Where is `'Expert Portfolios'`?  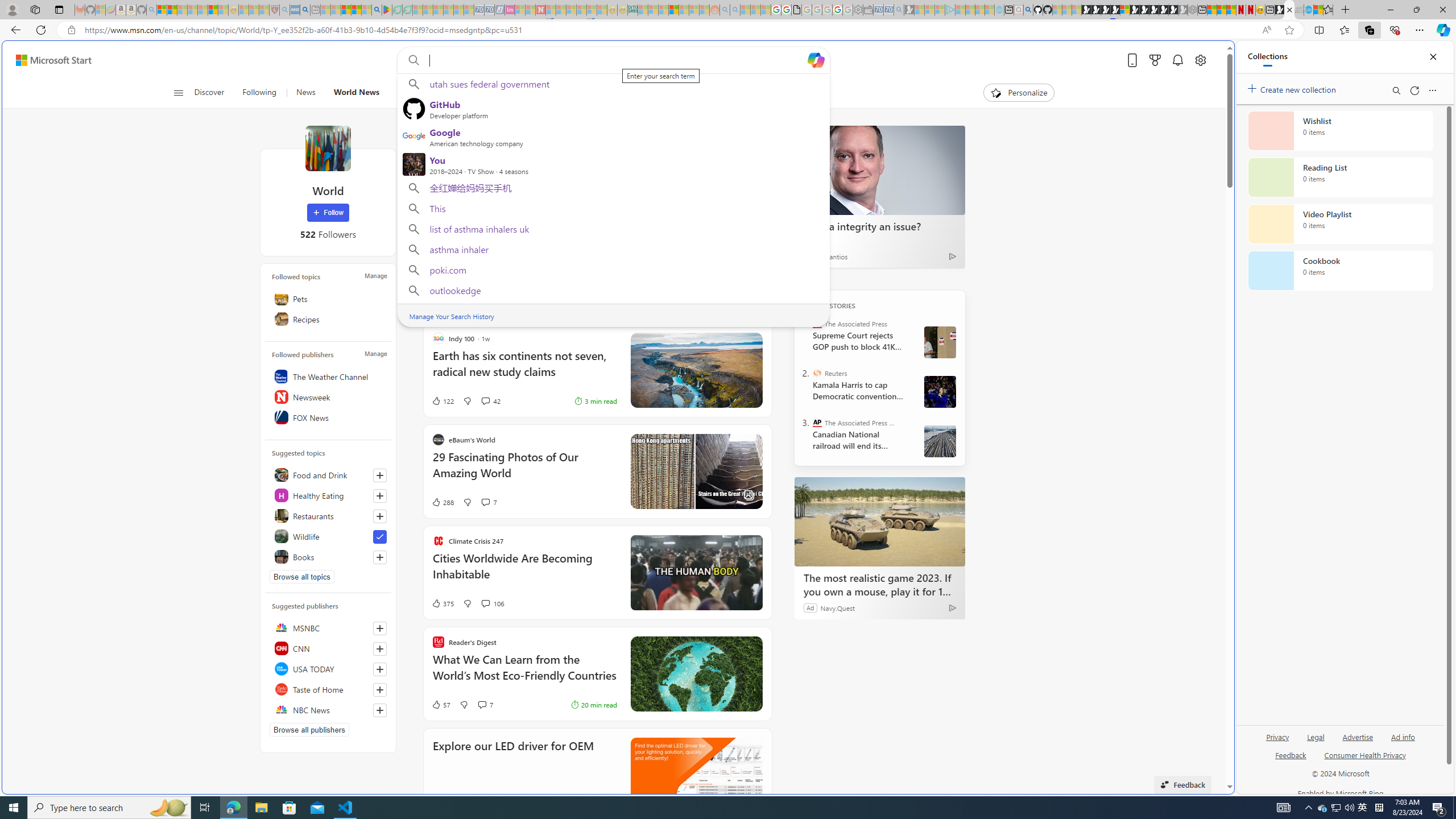
'Expert Portfolios' is located at coordinates (674, 9).